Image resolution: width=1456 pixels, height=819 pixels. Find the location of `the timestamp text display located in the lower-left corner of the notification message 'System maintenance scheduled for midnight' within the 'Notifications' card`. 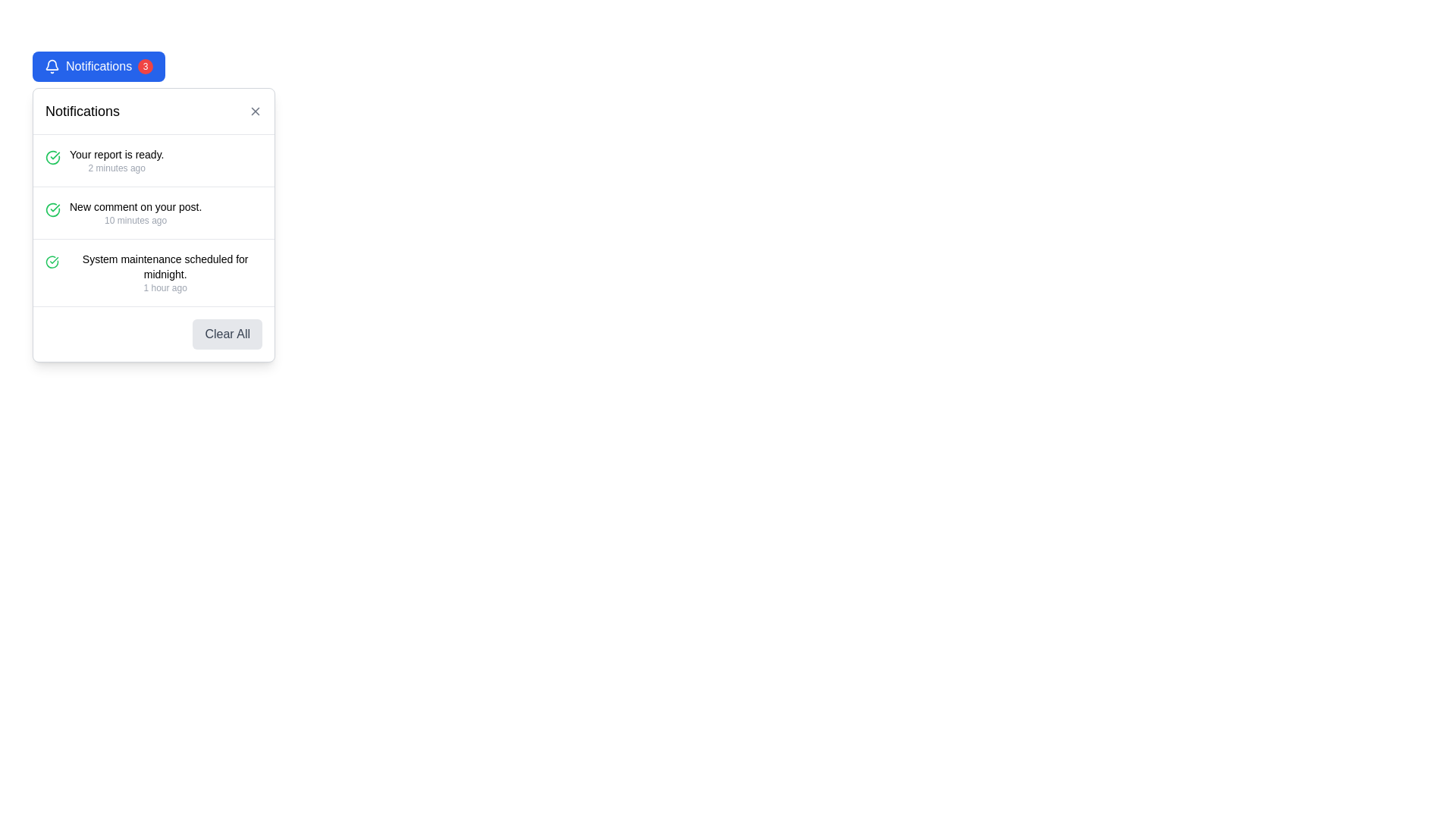

the timestamp text display located in the lower-left corner of the notification message 'System maintenance scheduled for midnight' within the 'Notifications' card is located at coordinates (165, 288).